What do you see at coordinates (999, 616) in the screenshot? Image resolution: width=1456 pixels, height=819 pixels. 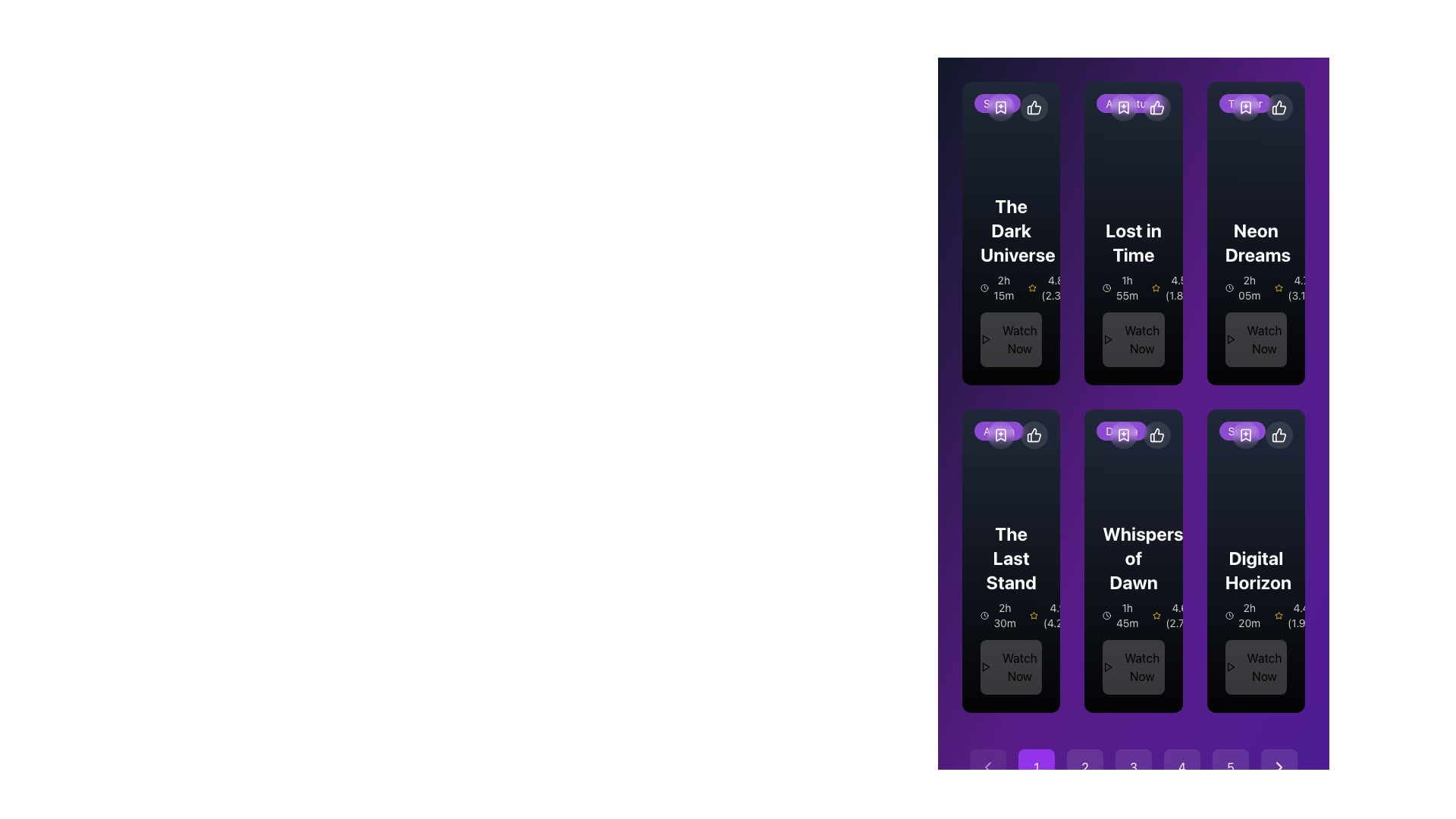 I see `the text with icon composite that indicates the duration of the movie 'The Last Stand', which is the first piece of information in the horizontally aligned group beneath the title` at bounding box center [999, 616].